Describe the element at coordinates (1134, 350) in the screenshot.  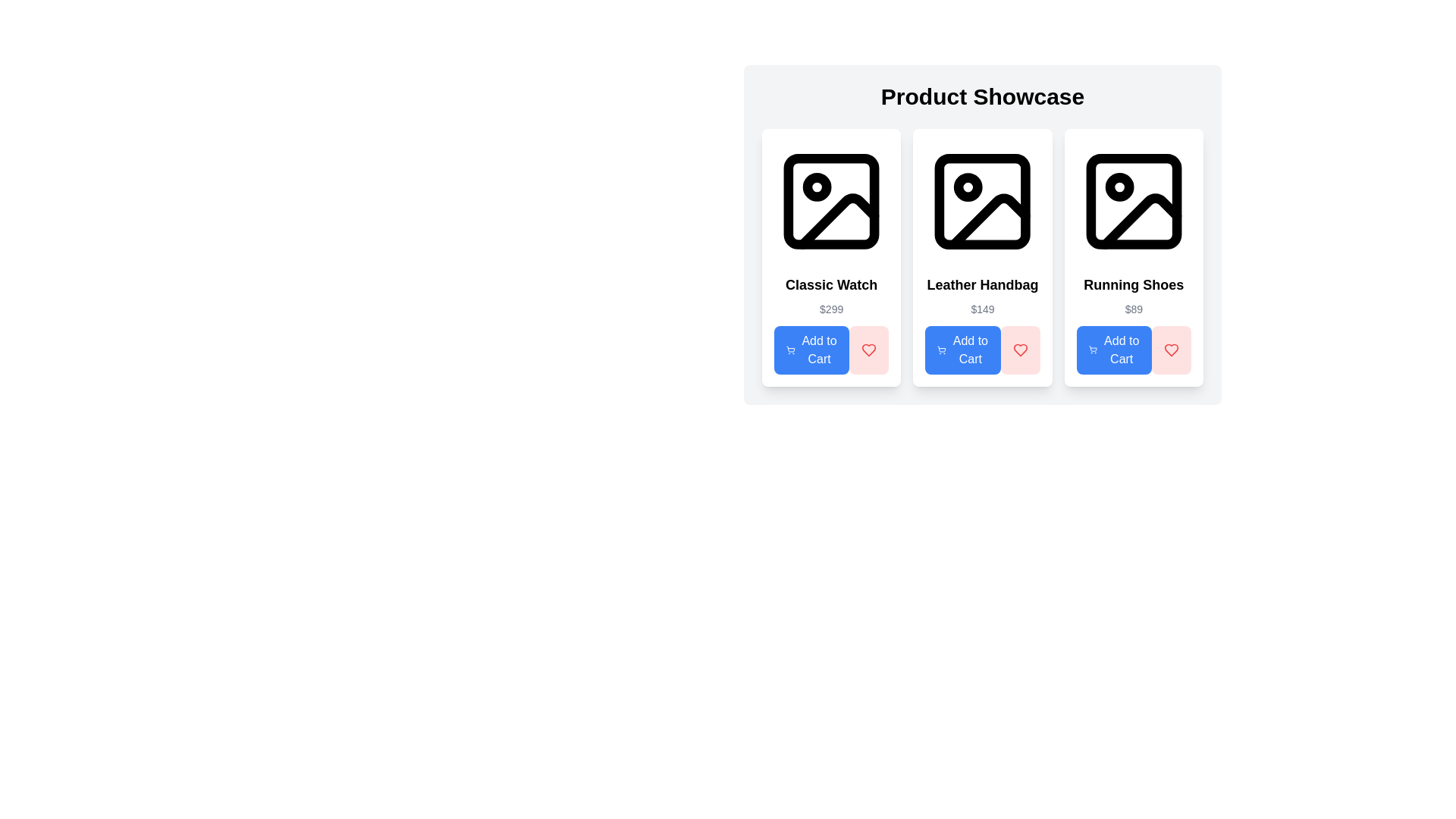
I see `the primary button located at the lower part of the 'Running Shoes' product card` at that location.